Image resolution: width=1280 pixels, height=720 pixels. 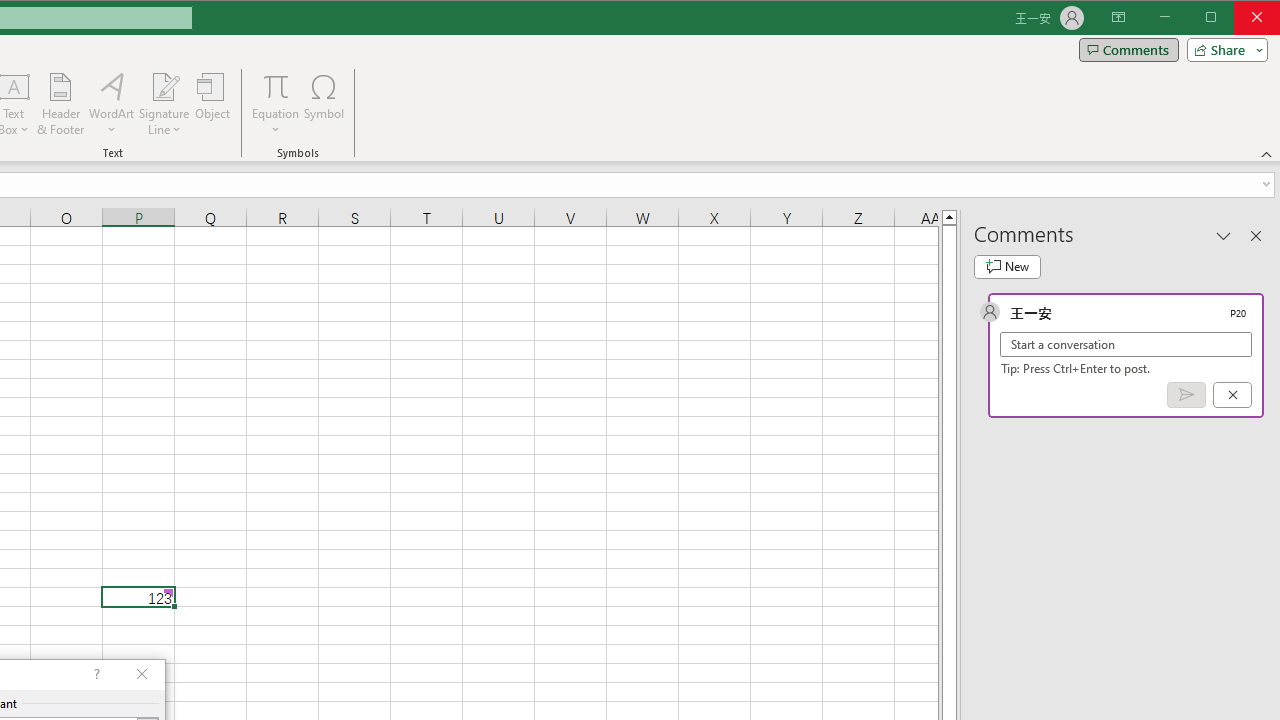 What do you see at coordinates (1126, 343) in the screenshot?
I see `'Start a conversation'` at bounding box center [1126, 343].